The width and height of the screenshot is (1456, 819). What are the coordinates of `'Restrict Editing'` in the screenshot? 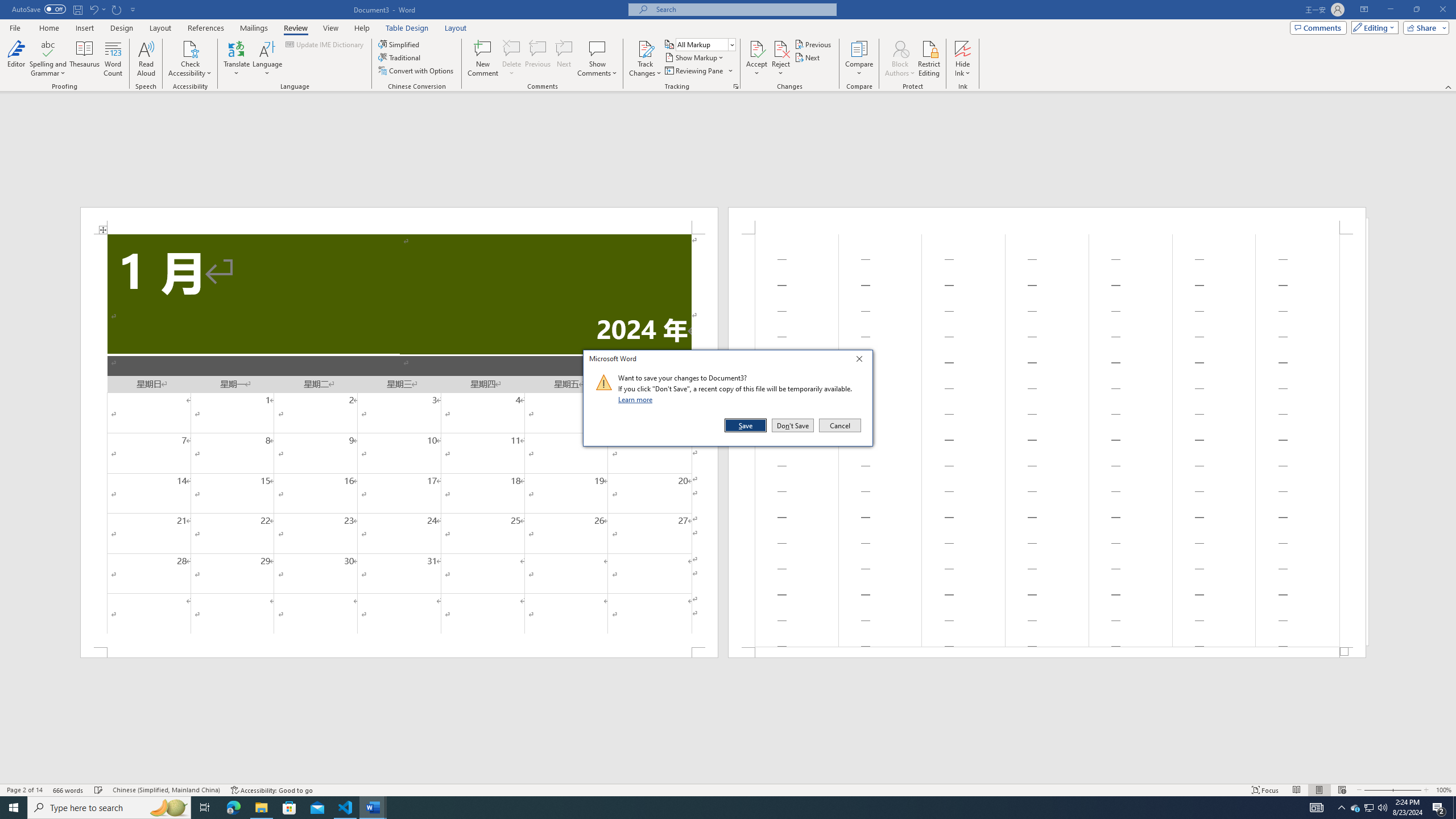 It's located at (929, 59).